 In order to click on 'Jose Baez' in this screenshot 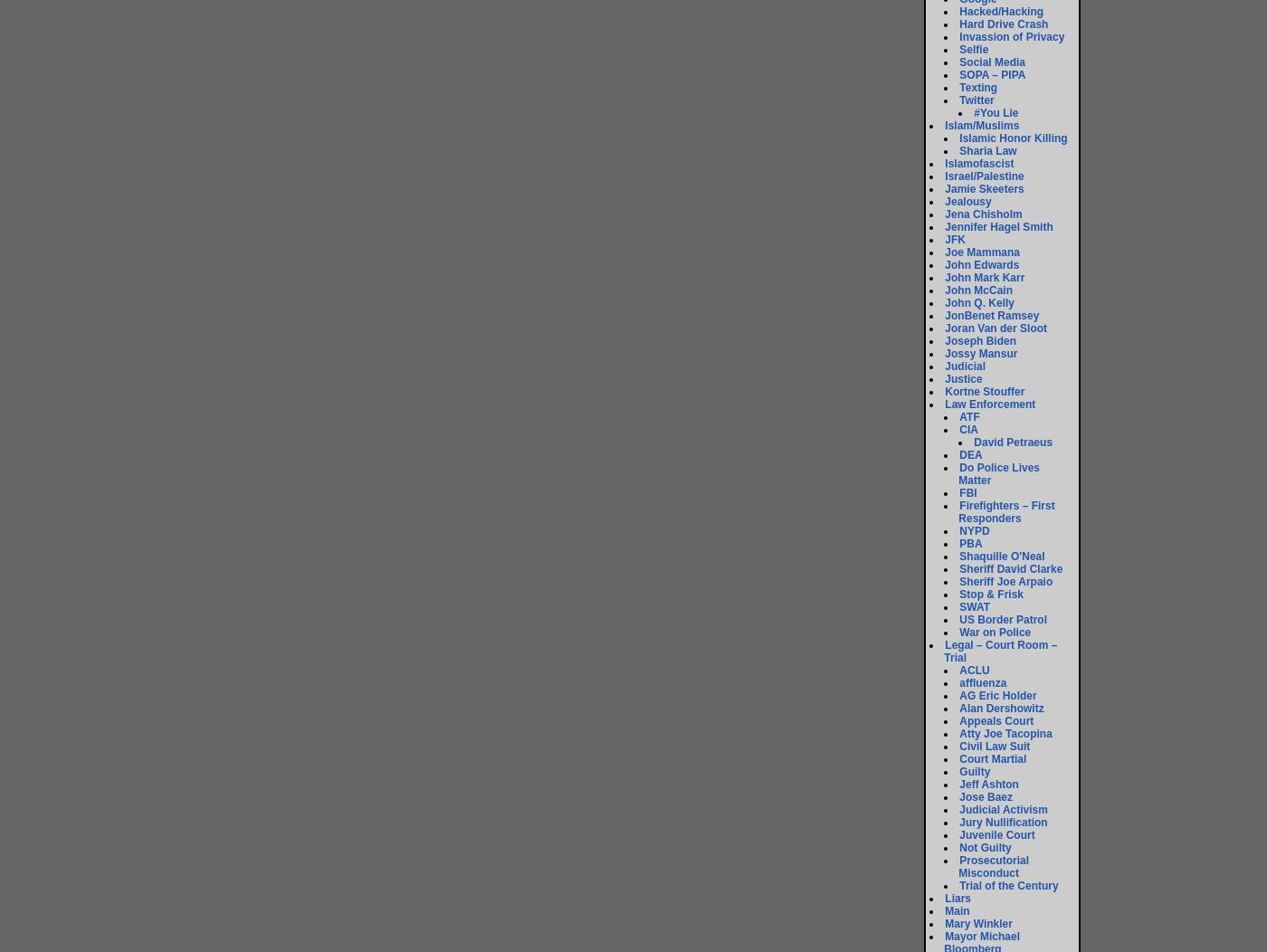, I will do `click(986, 797)`.